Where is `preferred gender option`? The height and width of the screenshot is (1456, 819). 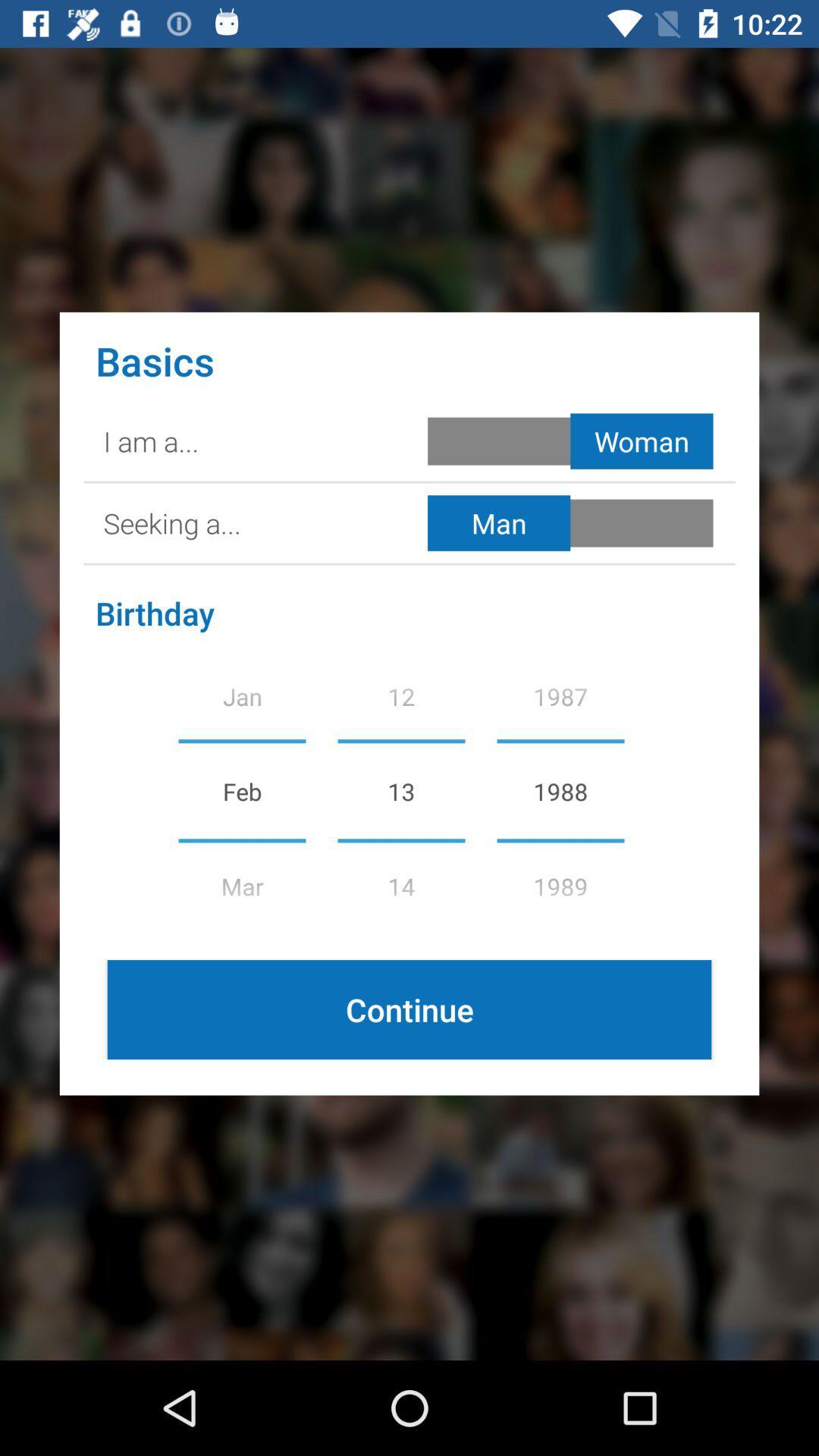
preferred gender option is located at coordinates (573, 523).